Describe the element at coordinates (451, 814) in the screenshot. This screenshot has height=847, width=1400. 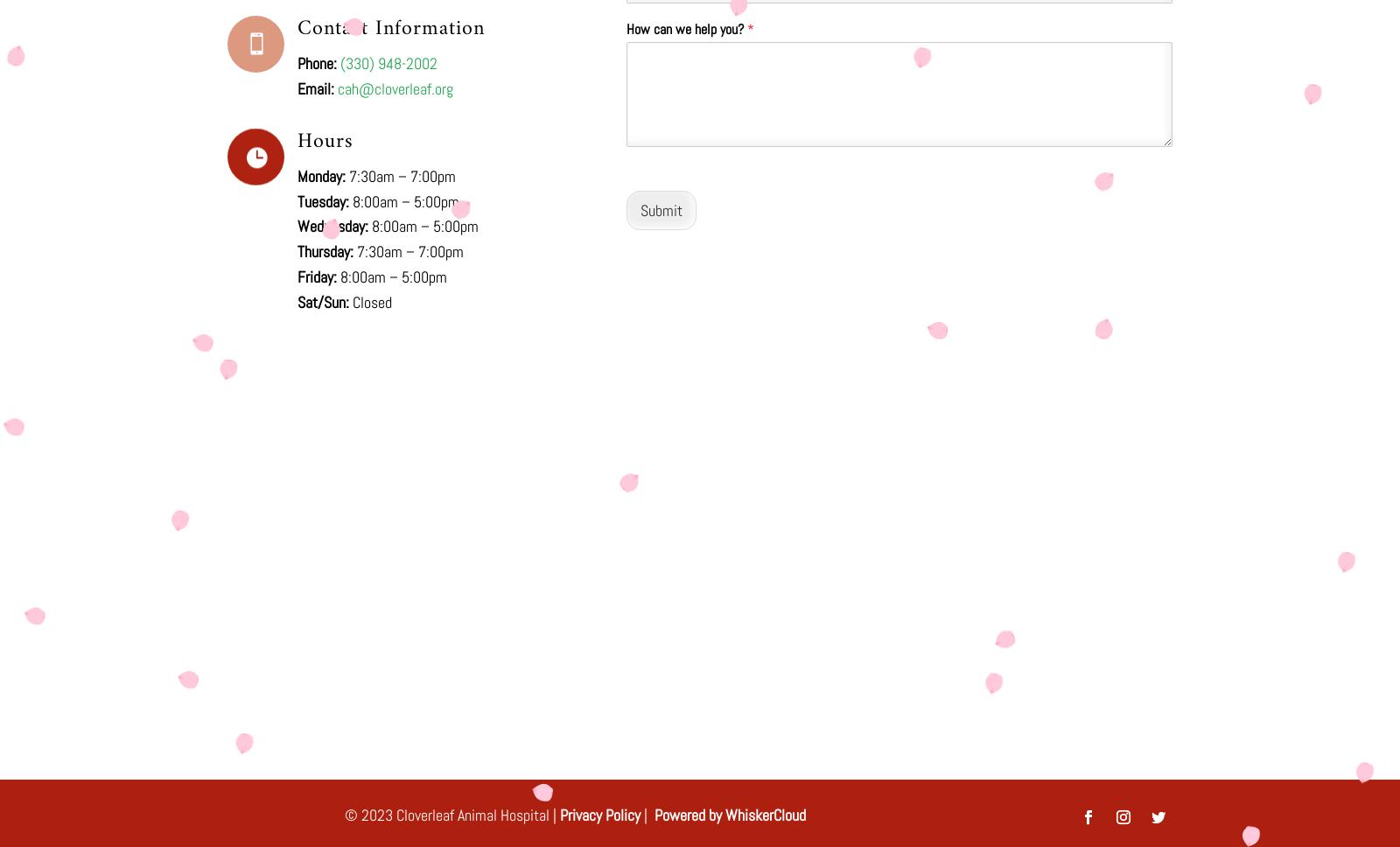
I see `'© 2023 Cloverleaf Animal Hospital |'` at that location.